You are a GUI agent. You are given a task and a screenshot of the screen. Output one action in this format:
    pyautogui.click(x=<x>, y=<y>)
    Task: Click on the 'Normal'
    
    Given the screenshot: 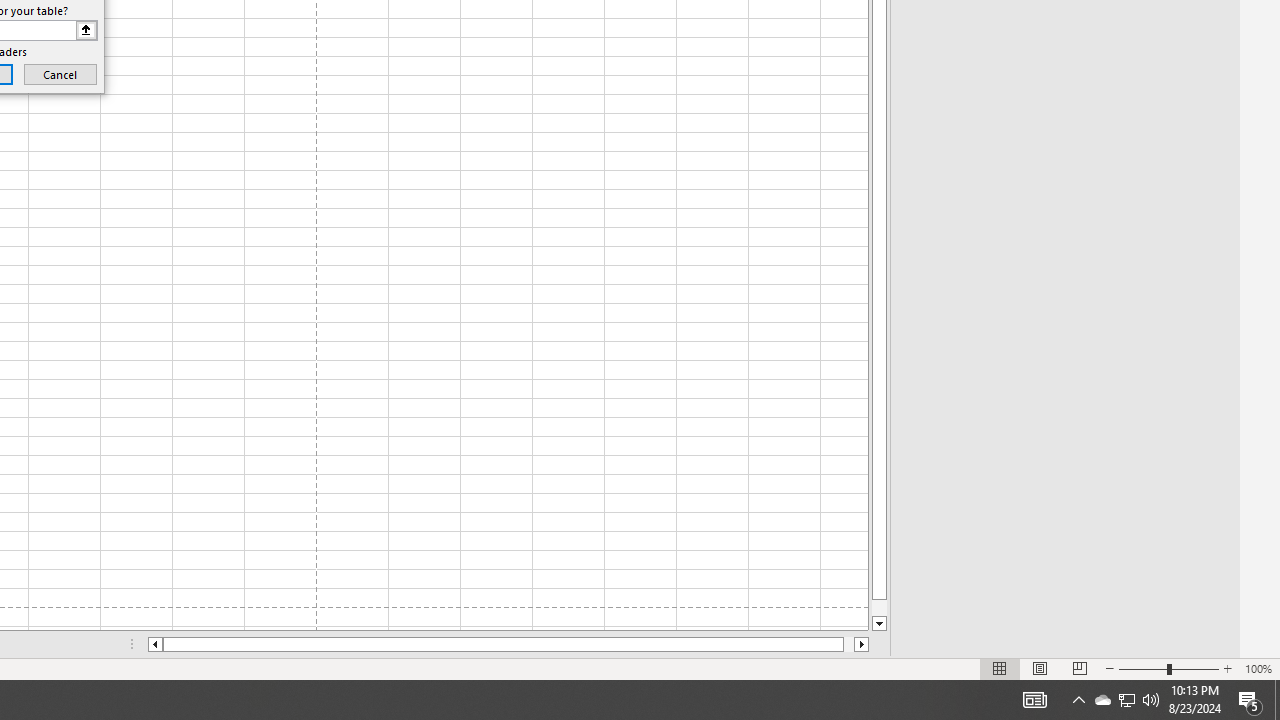 What is the action you would take?
    pyautogui.click(x=1000, y=669)
    